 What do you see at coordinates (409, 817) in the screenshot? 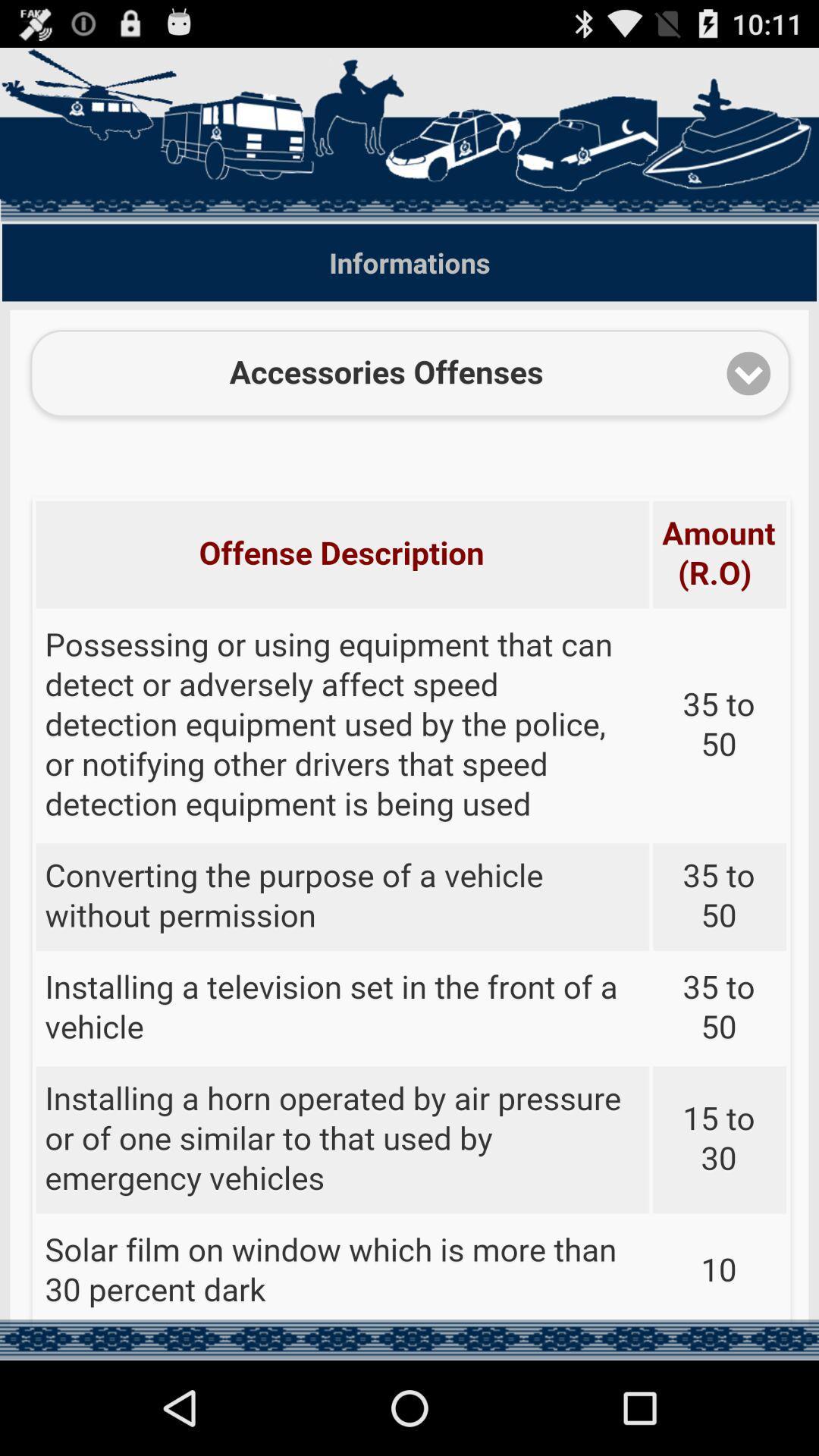
I see `display offense description` at bounding box center [409, 817].